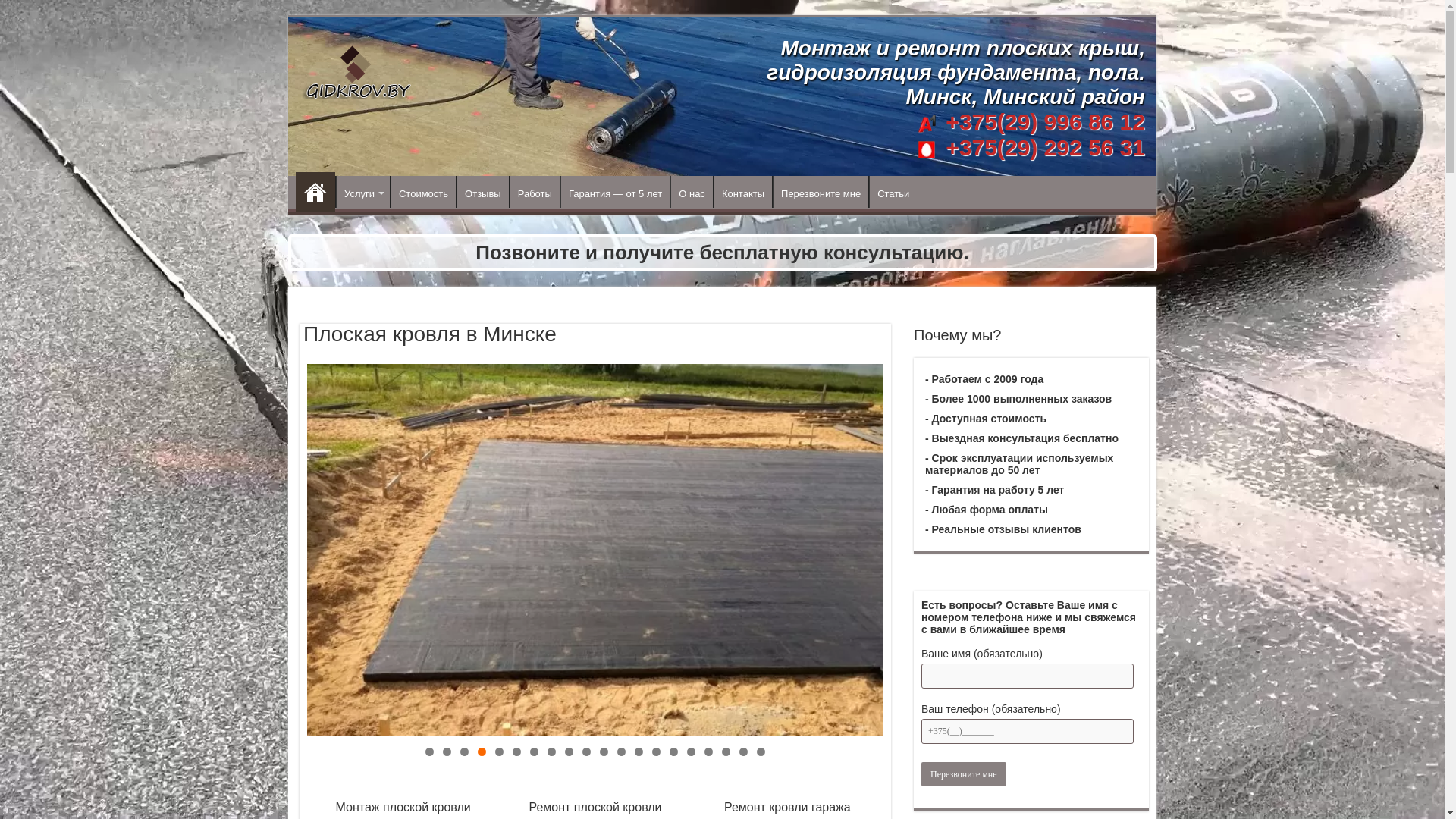 The height and width of the screenshot is (819, 1456). Describe the element at coordinates (551, 752) in the screenshot. I see `'8'` at that location.